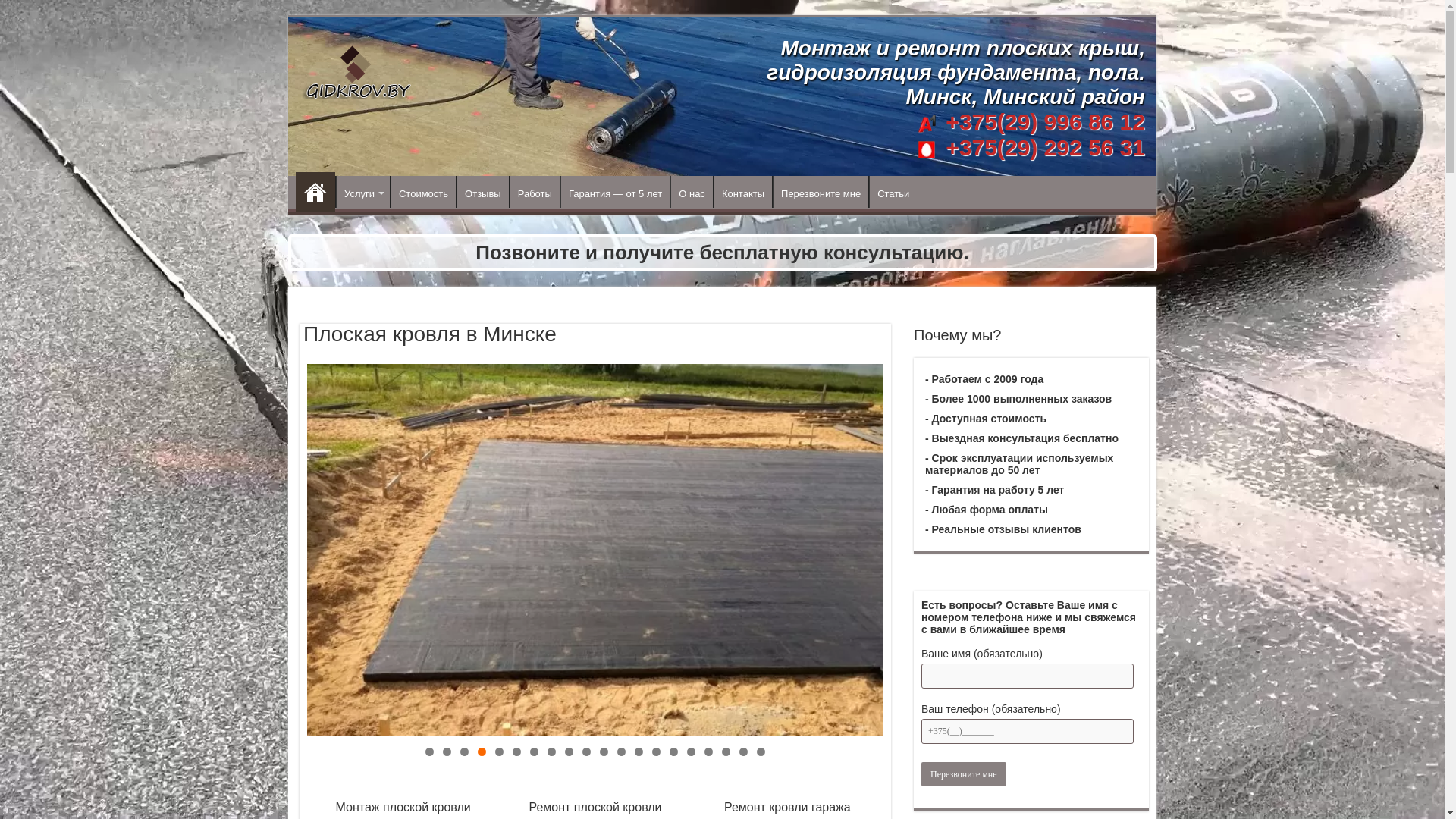 The height and width of the screenshot is (819, 1456). Describe the element at coordinates (551, 752) in the screenshot. I see `'8'` at that location.